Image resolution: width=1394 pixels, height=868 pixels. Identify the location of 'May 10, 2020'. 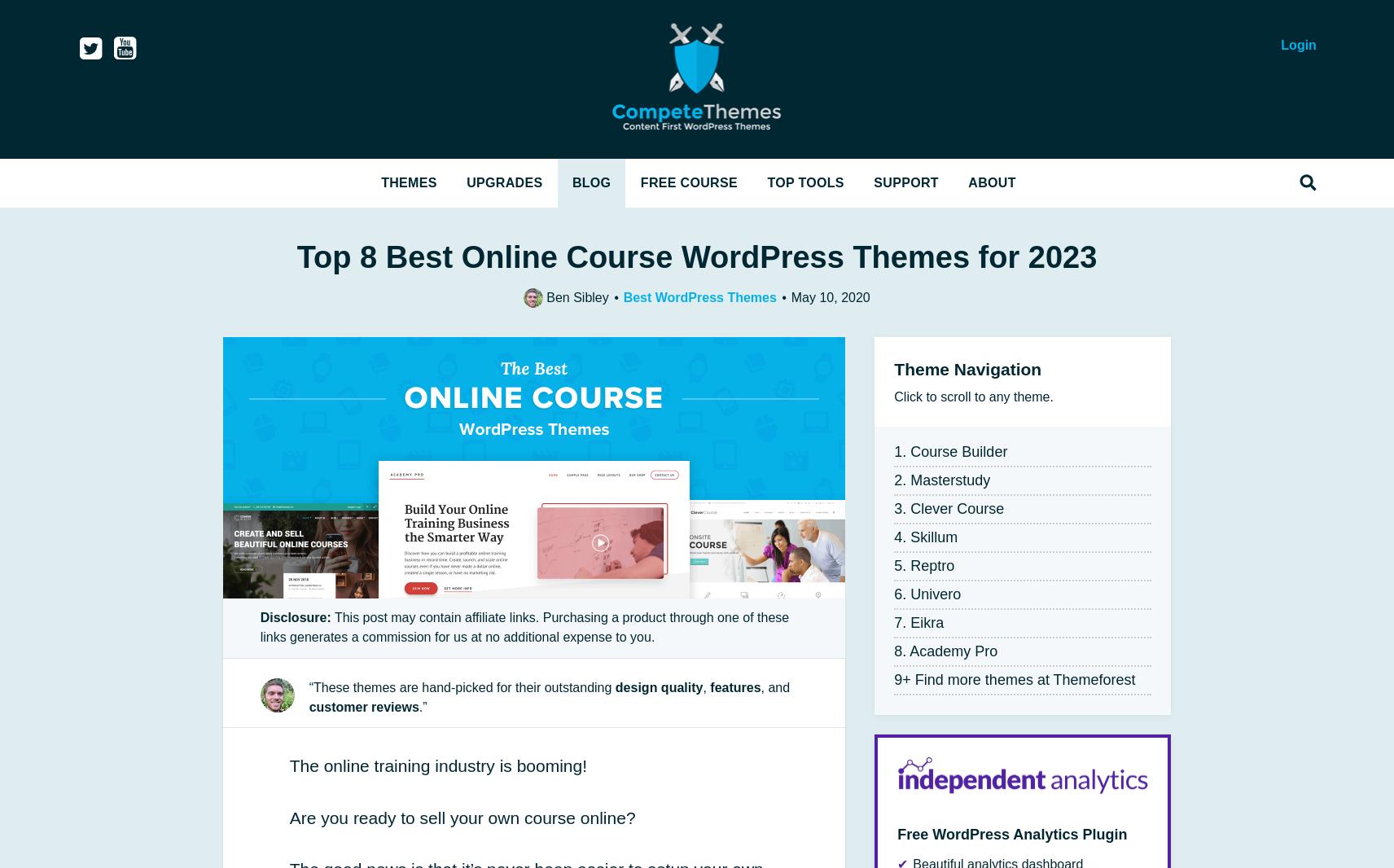
(827, 296).